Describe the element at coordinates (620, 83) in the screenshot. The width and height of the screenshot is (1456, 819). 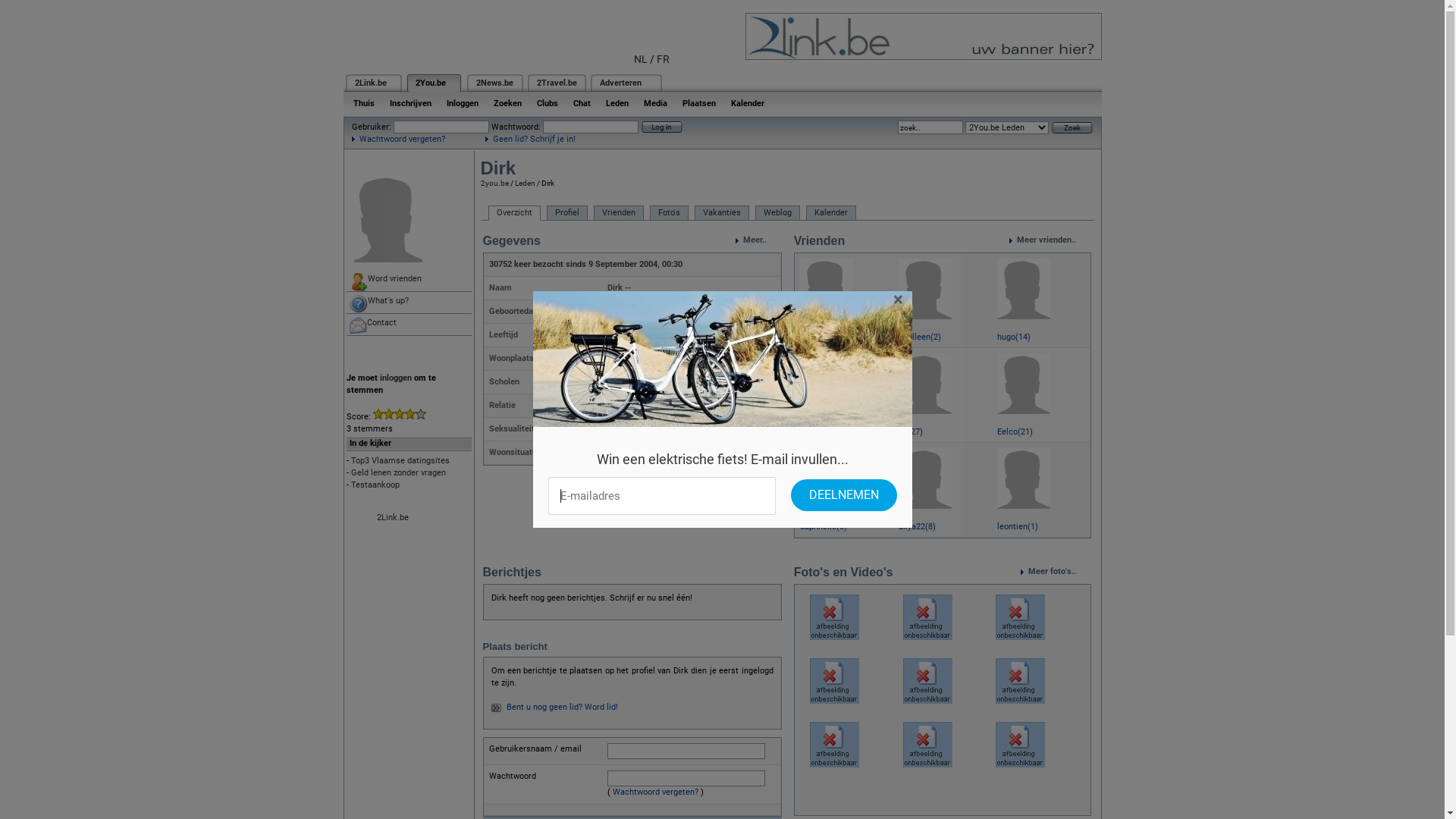
I see `'Adverteren'` at that location.